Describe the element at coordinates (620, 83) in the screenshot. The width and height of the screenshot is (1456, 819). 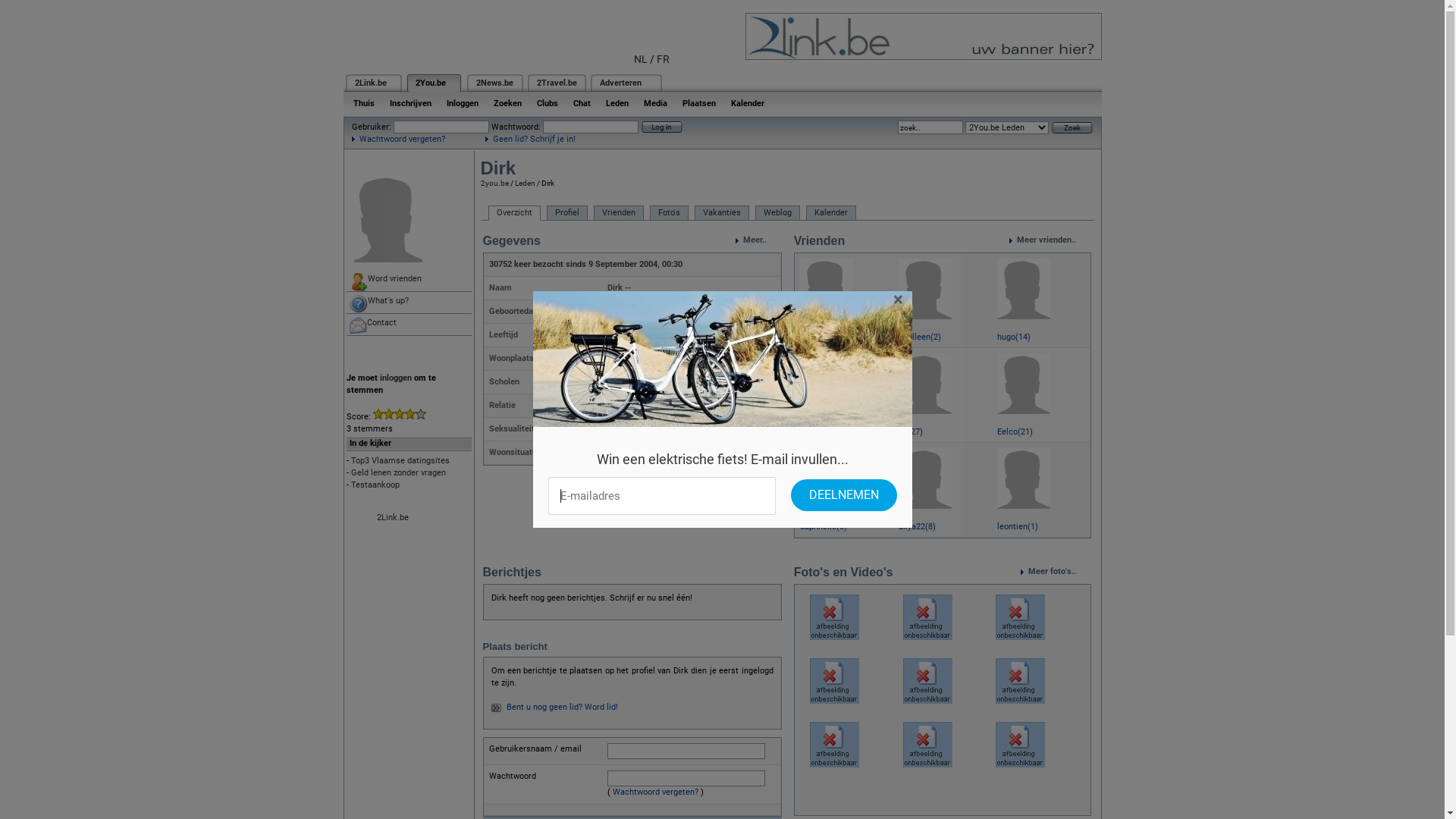
I see `'Adverteren'` at that location.